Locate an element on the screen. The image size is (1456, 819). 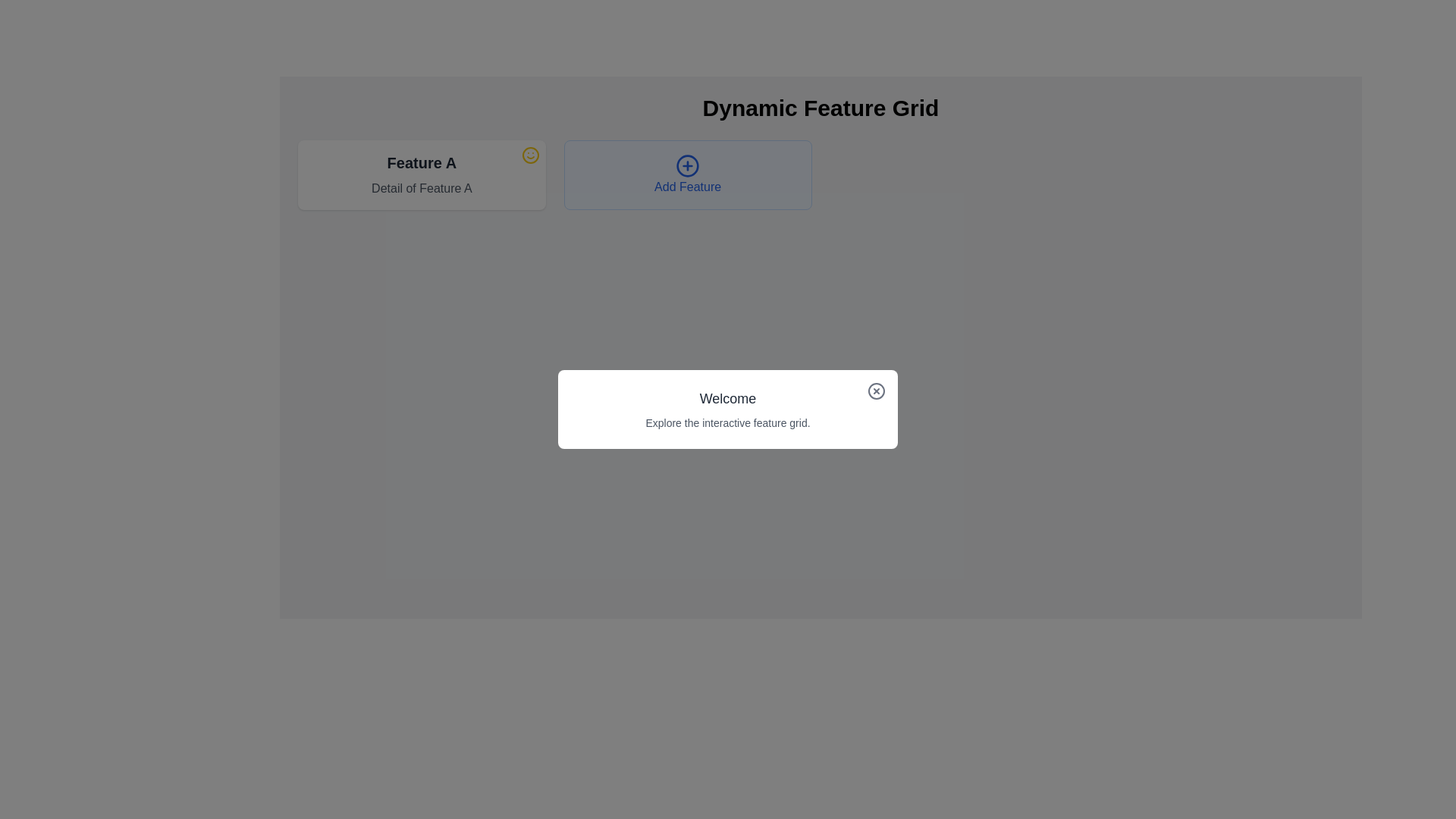
the blue rounded rectangular button labeled 'Add Feature' to observe its subtle hover effect is located at coordinates (687, 174).